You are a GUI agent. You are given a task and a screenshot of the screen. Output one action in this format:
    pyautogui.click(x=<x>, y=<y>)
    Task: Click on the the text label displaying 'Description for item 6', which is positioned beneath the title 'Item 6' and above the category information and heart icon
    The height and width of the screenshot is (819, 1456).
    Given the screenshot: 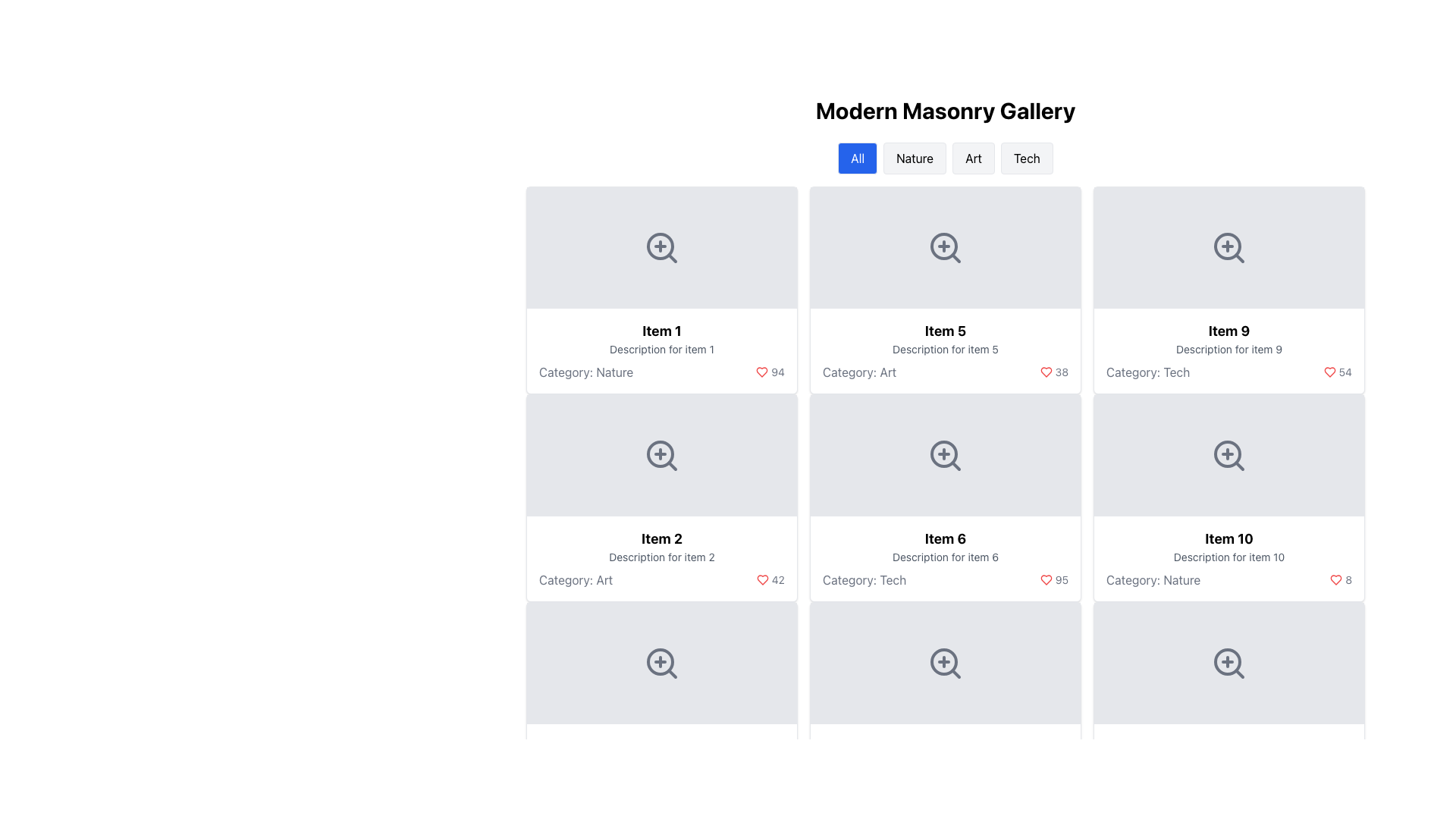 What is the action you would take?
    pyautogui.click(x=945, y=557)
    